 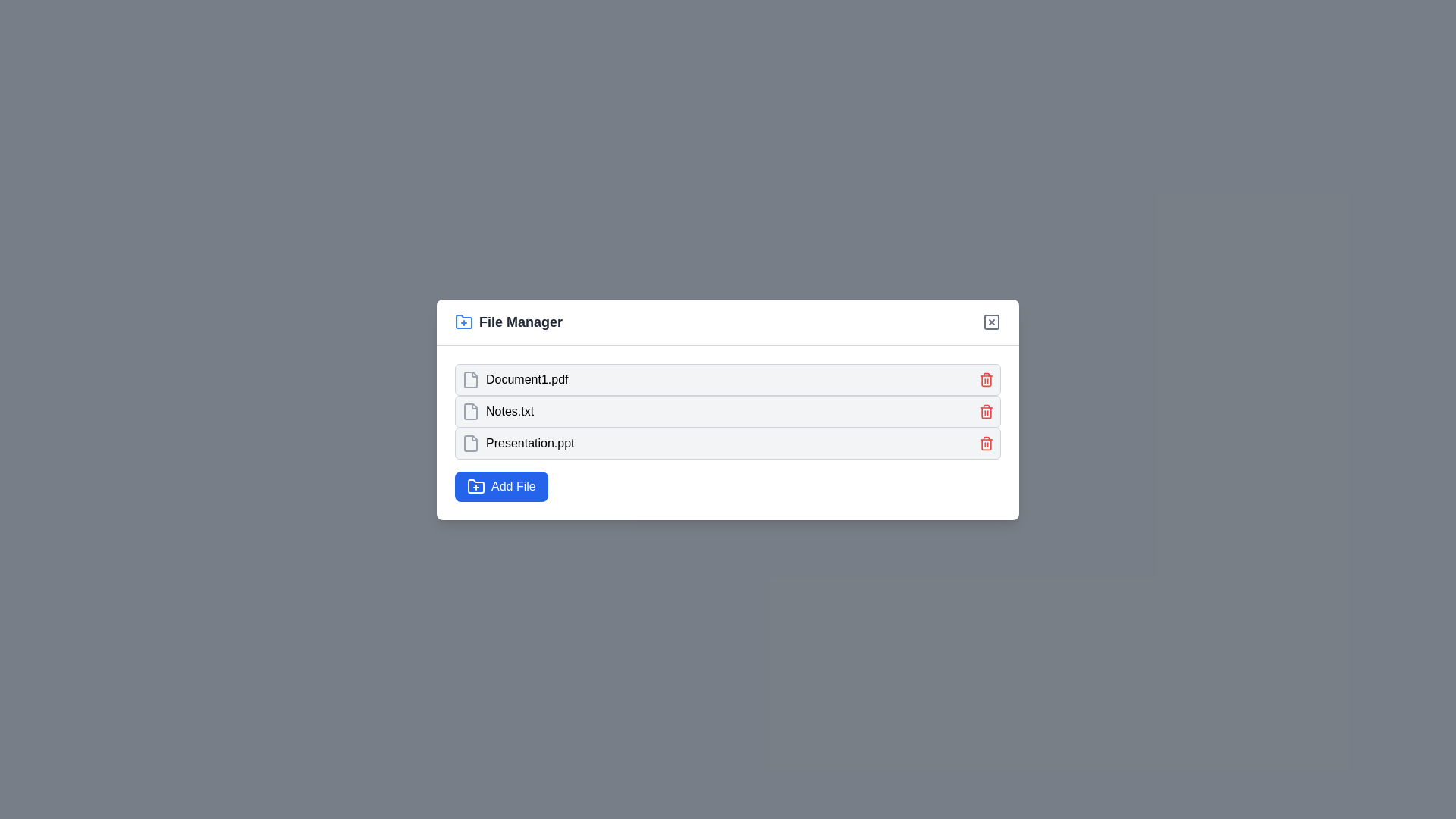 What do you see at coordinates (463, 321) in the screenshot?
I see `the folder-shaped icon with a blue outline located in the upper-left corner of the file manager interface, adjacent to the 'File Manager' header text` at bounding box center [463, 321].